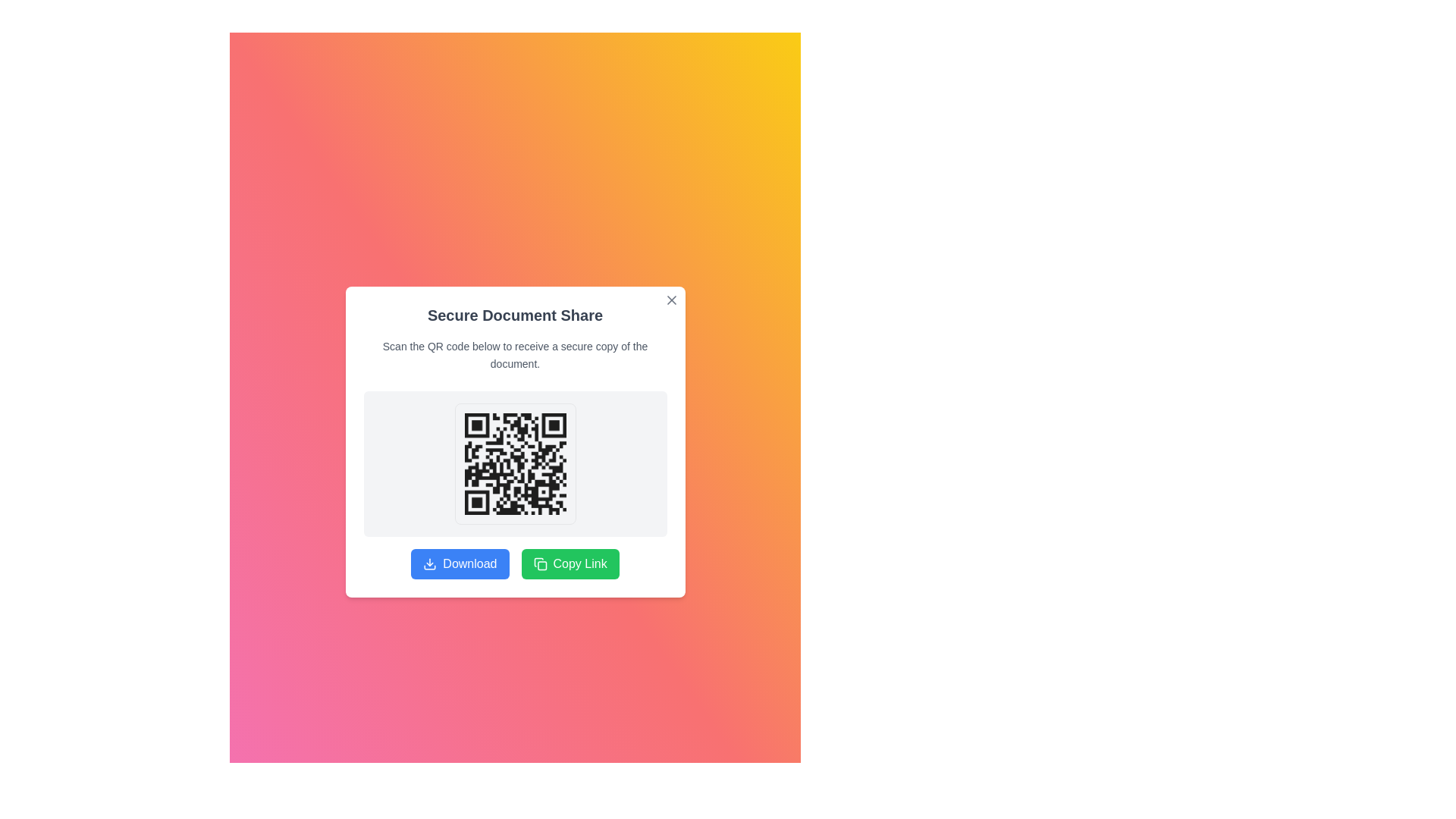 Image resolution: width=1456 pixels, height=819 pixels. I want to click on the text heading that says 'Secure Document Share', which is styled in bold and displayed in dark gray color at the top of a light-themed modal, so click(515, 315).